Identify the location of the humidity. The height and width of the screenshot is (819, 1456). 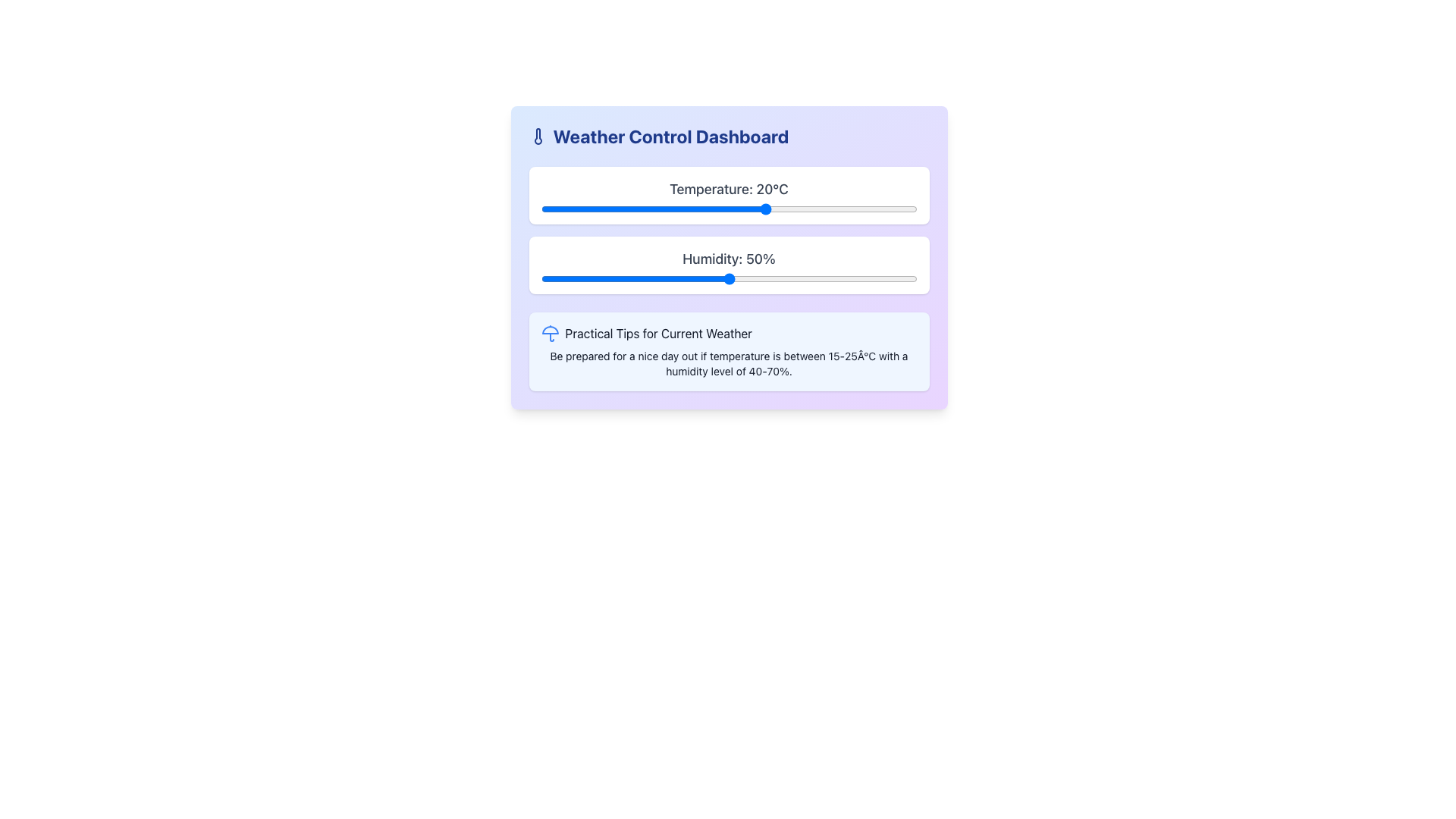
(857, 278).